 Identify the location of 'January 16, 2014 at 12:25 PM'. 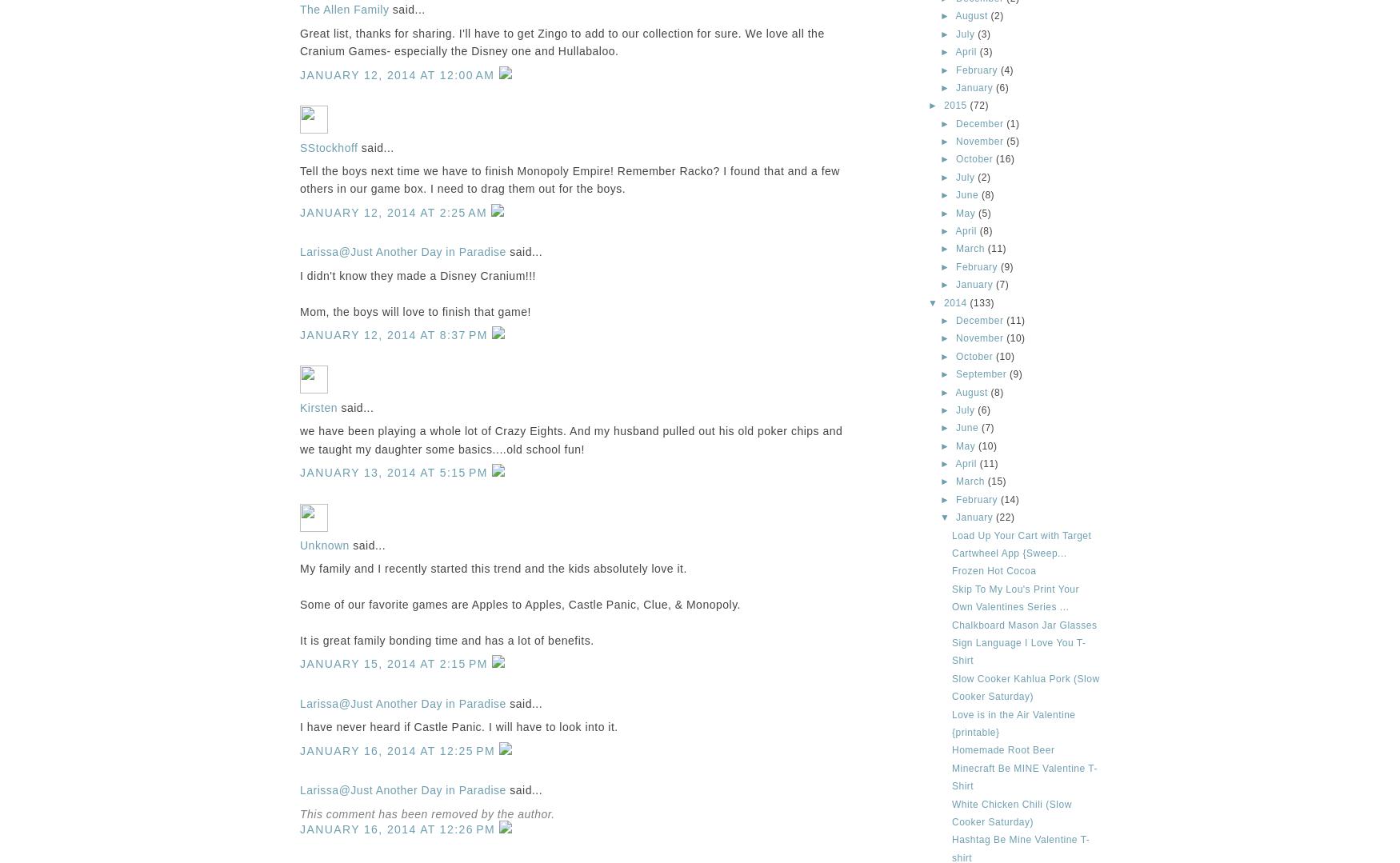
(399, 749).